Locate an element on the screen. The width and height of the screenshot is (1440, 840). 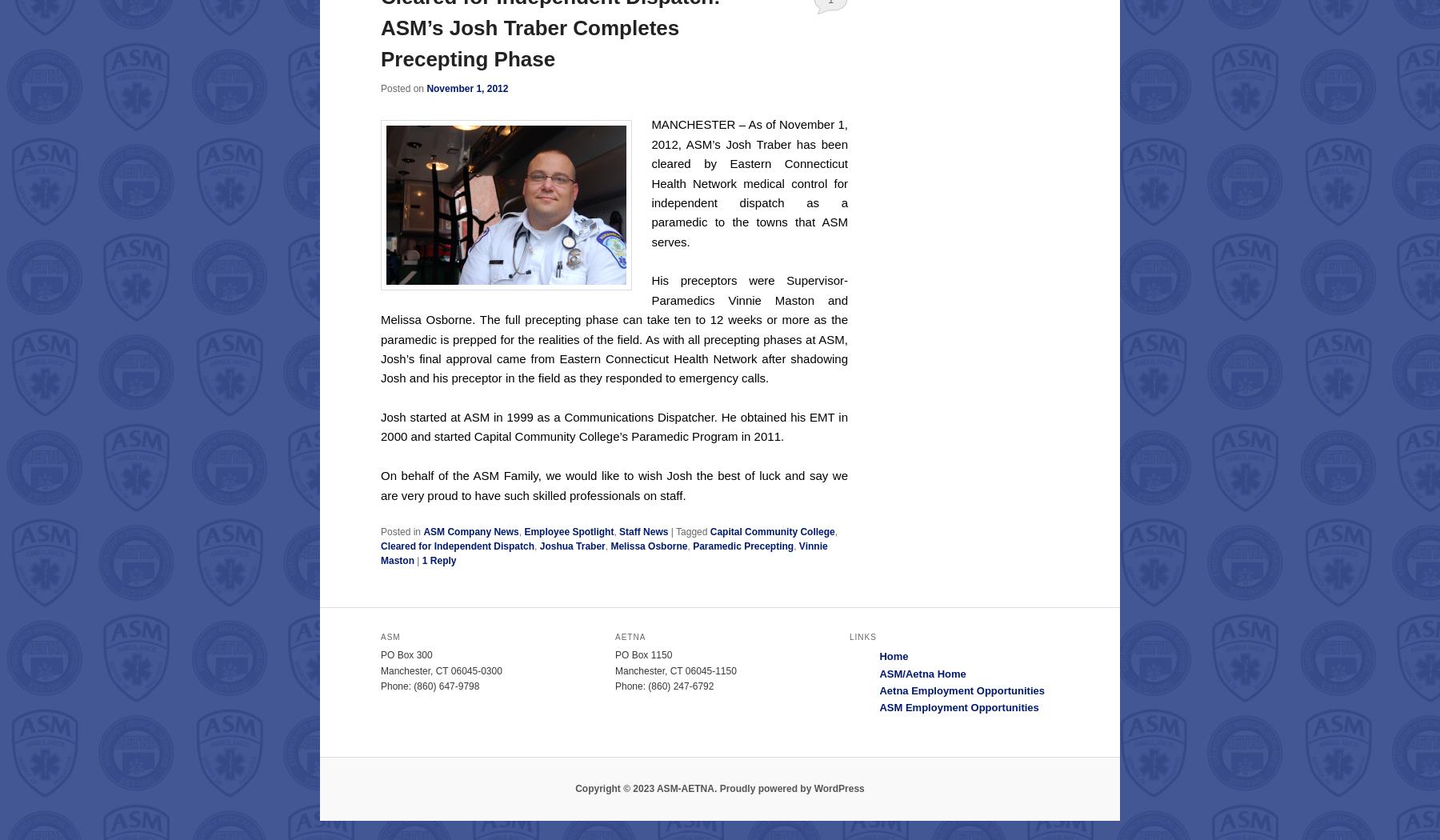
'1' is located at coordinates (423, 560).